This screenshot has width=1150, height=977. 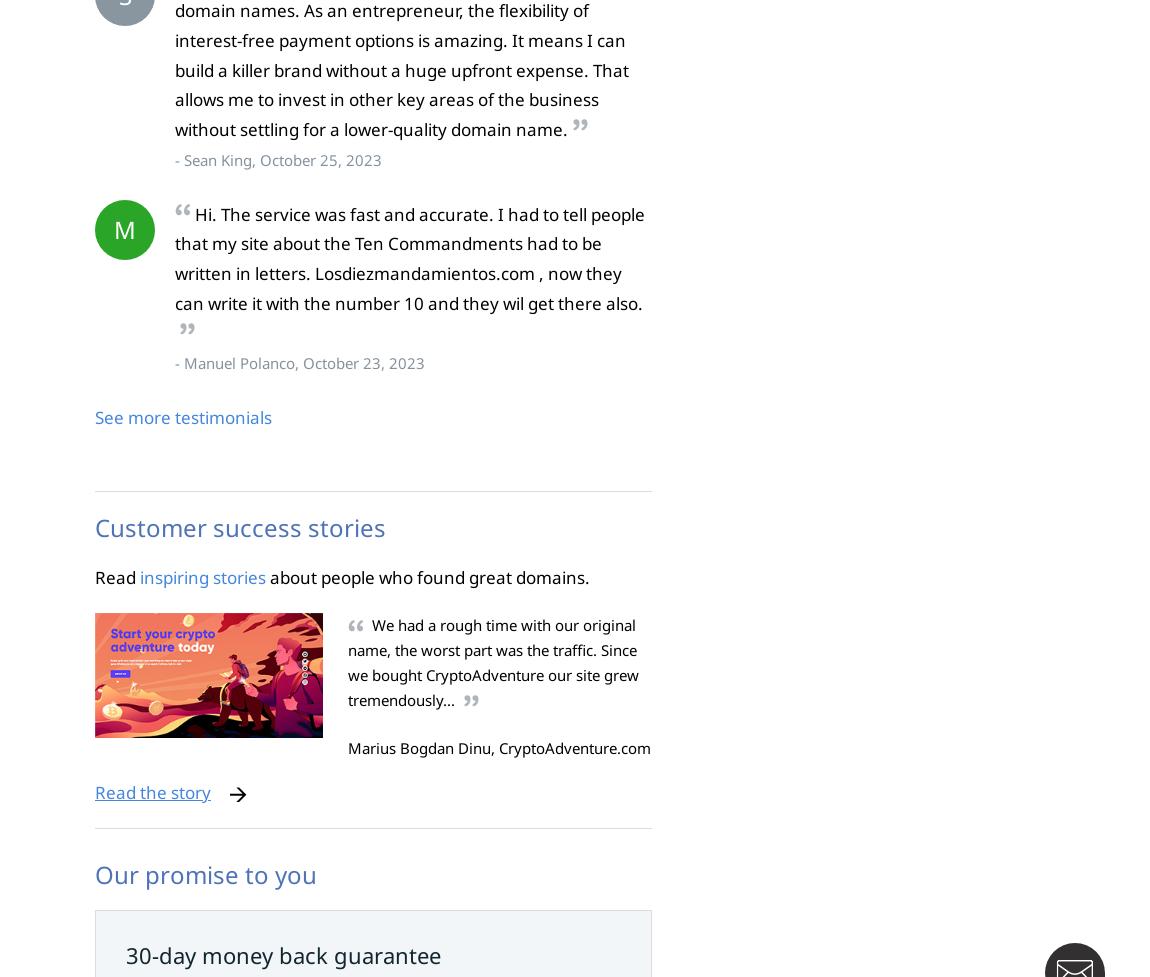 I want to click on 'M', so click(x=112, y=227).